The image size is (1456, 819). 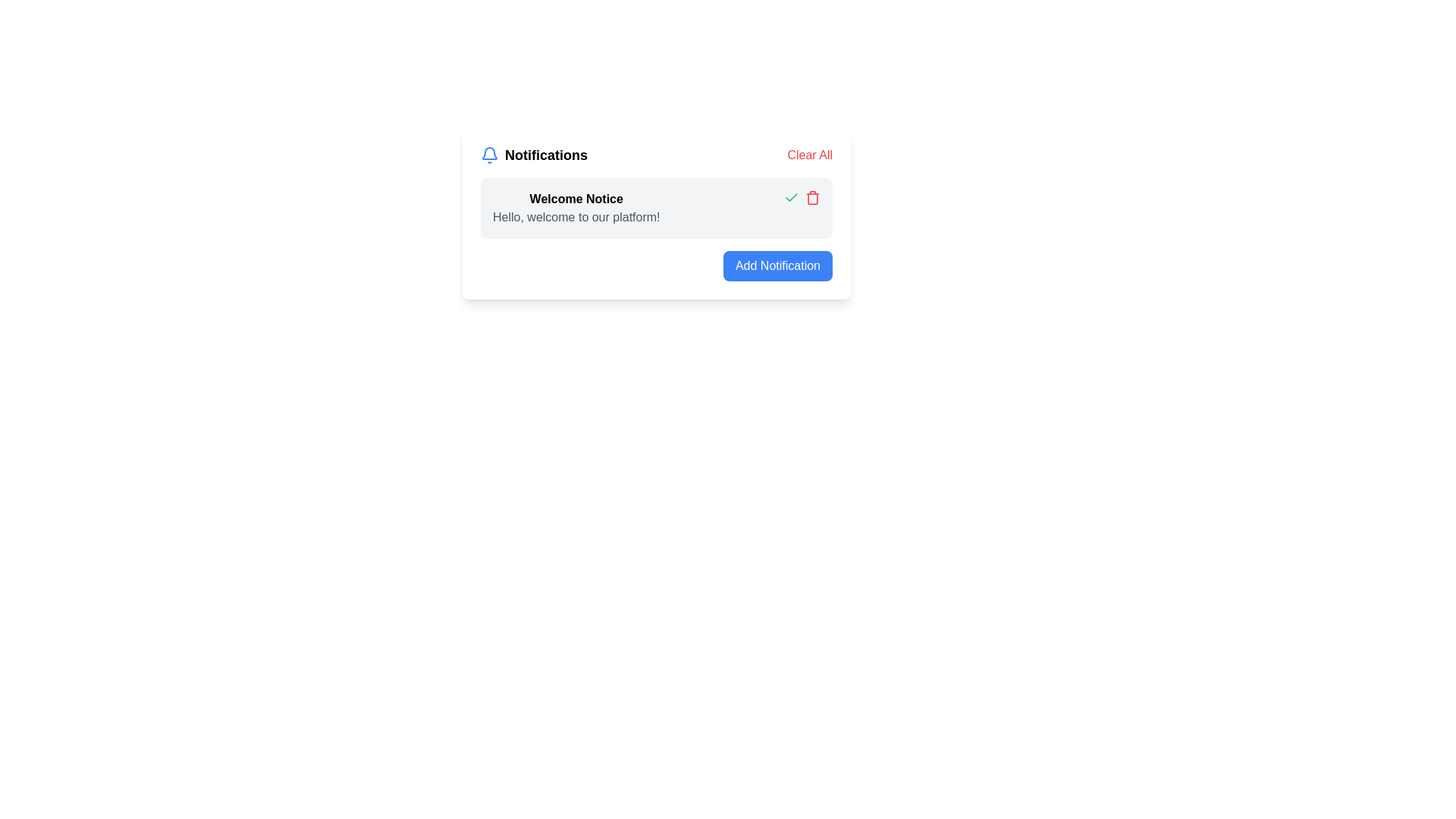 What do you see at coordinates (790, 197) in the screenshot?
I see `the confirmation icon, which is the first in a horizontal row next to the notification text` at bounding box center [790, 197].